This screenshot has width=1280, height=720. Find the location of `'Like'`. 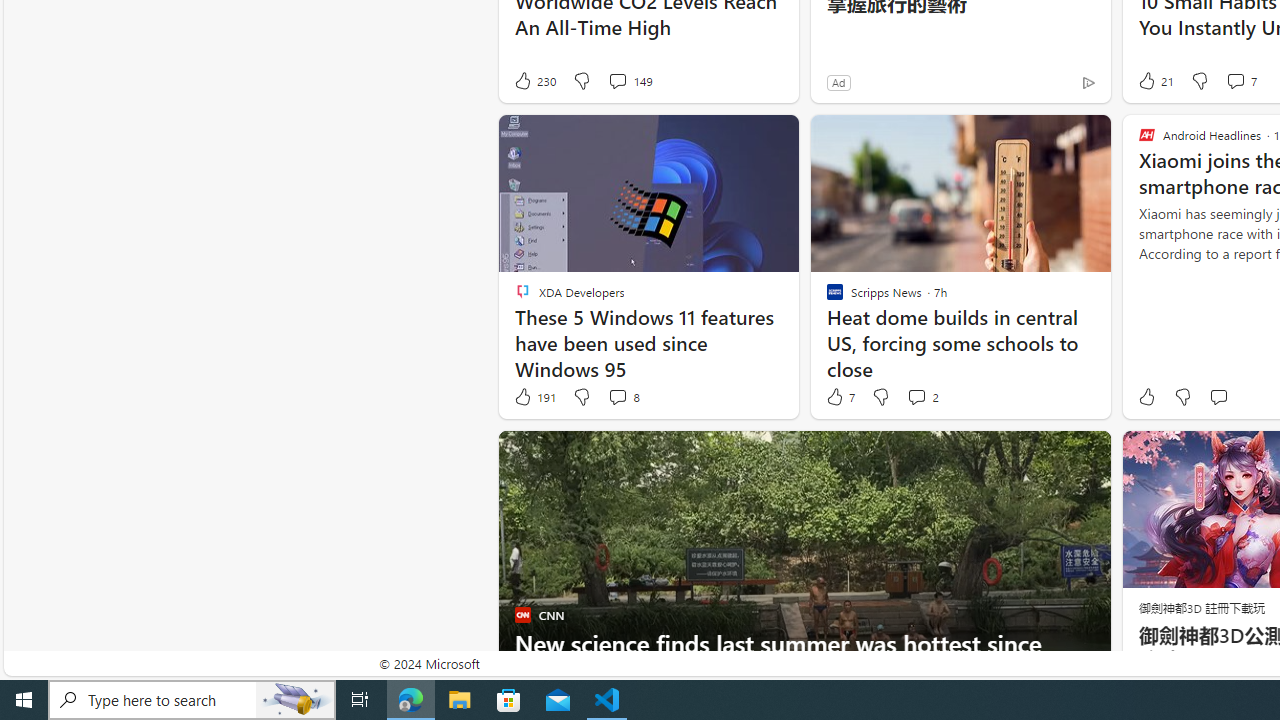

'Like' is located at coordinates (1146, 397).